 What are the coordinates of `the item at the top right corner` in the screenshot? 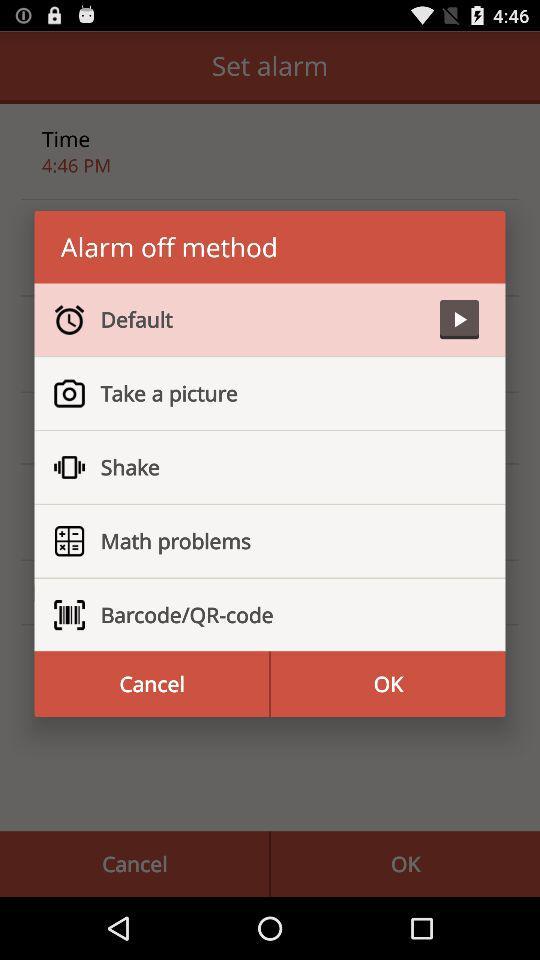 It's located at (459, 319).